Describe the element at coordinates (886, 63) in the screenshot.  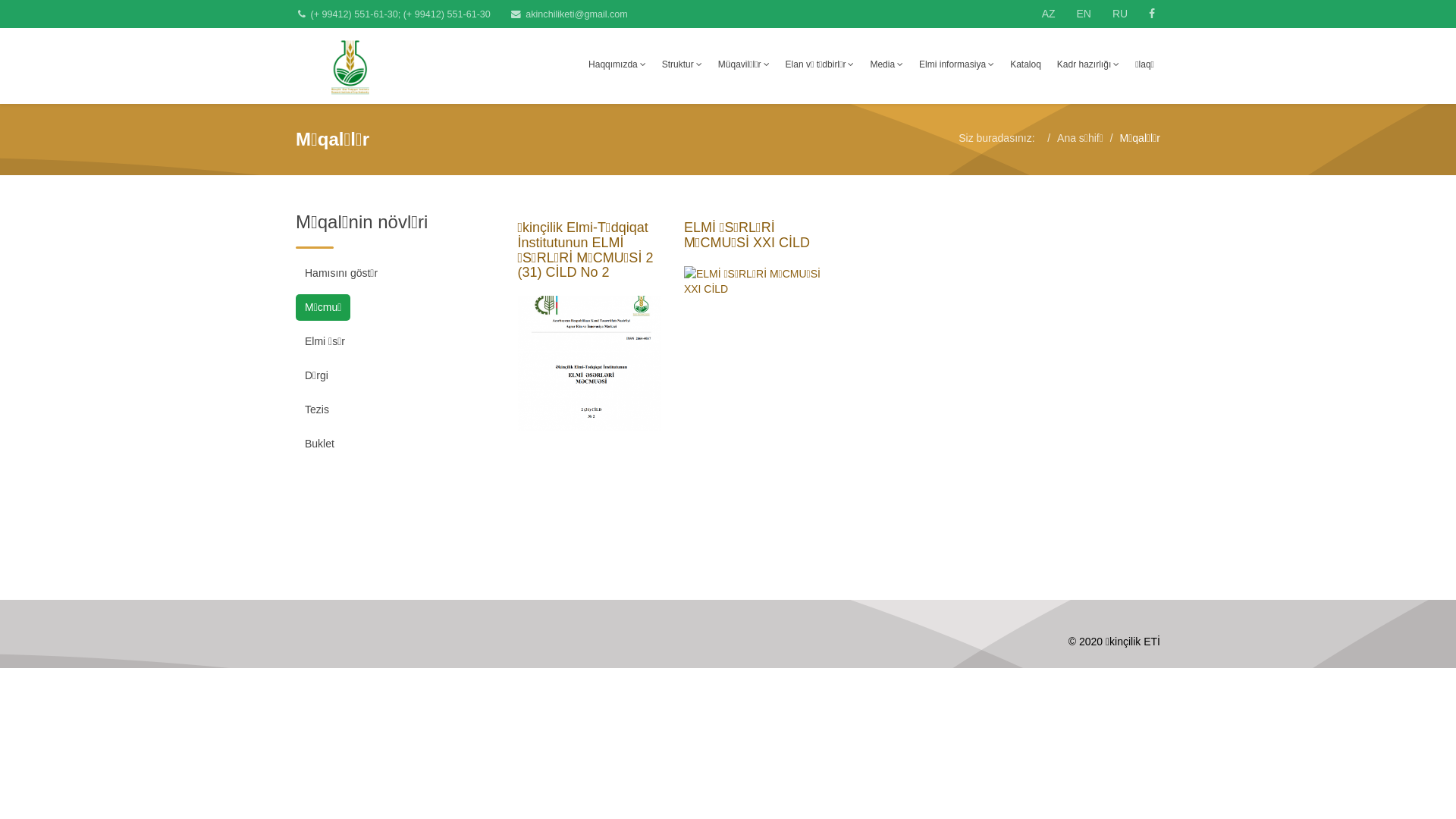
I see `'Media'` at that location.